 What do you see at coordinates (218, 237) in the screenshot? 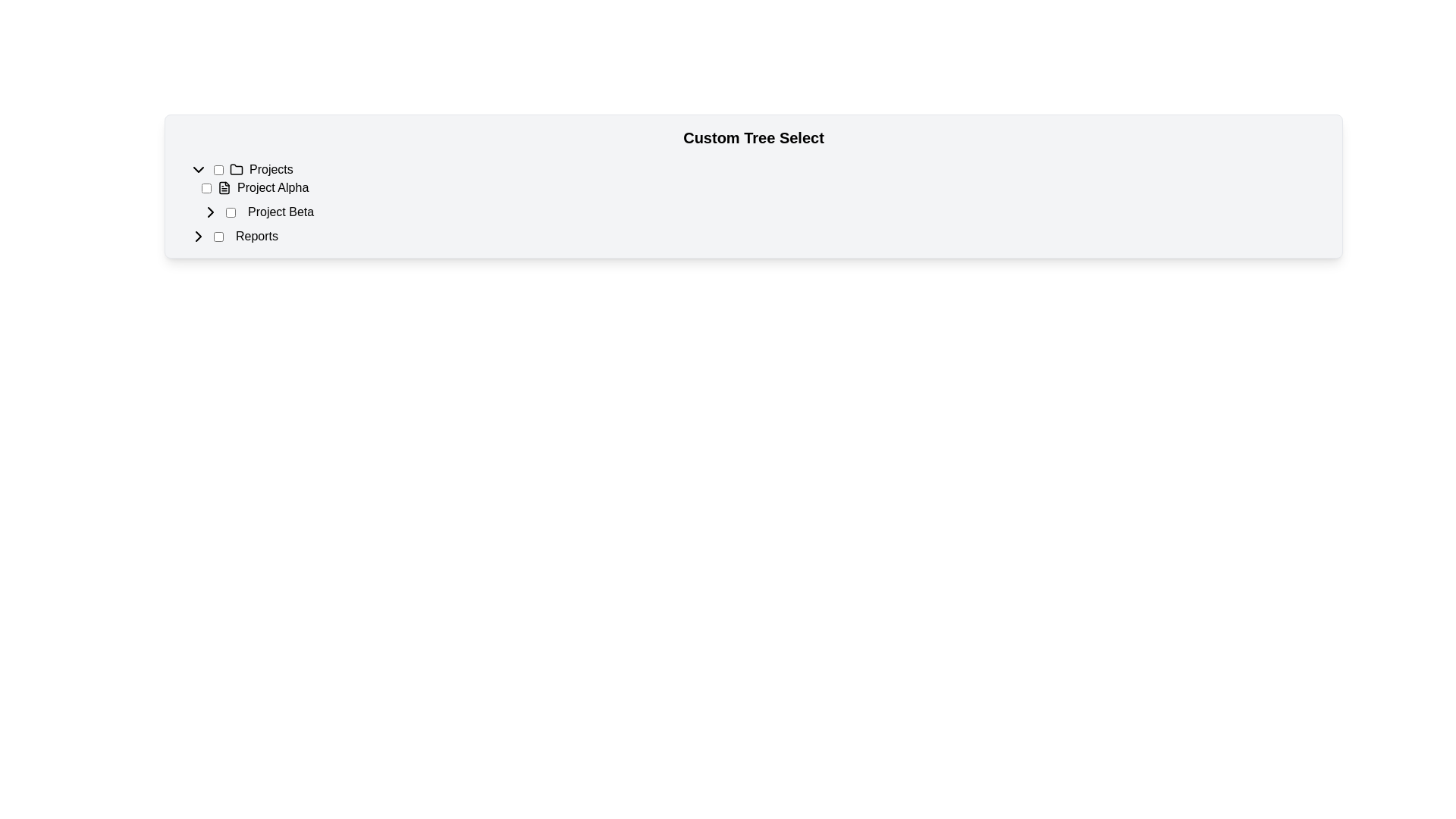
I see `the checkbox for 'Reports'` at bounding box center [218, 237].